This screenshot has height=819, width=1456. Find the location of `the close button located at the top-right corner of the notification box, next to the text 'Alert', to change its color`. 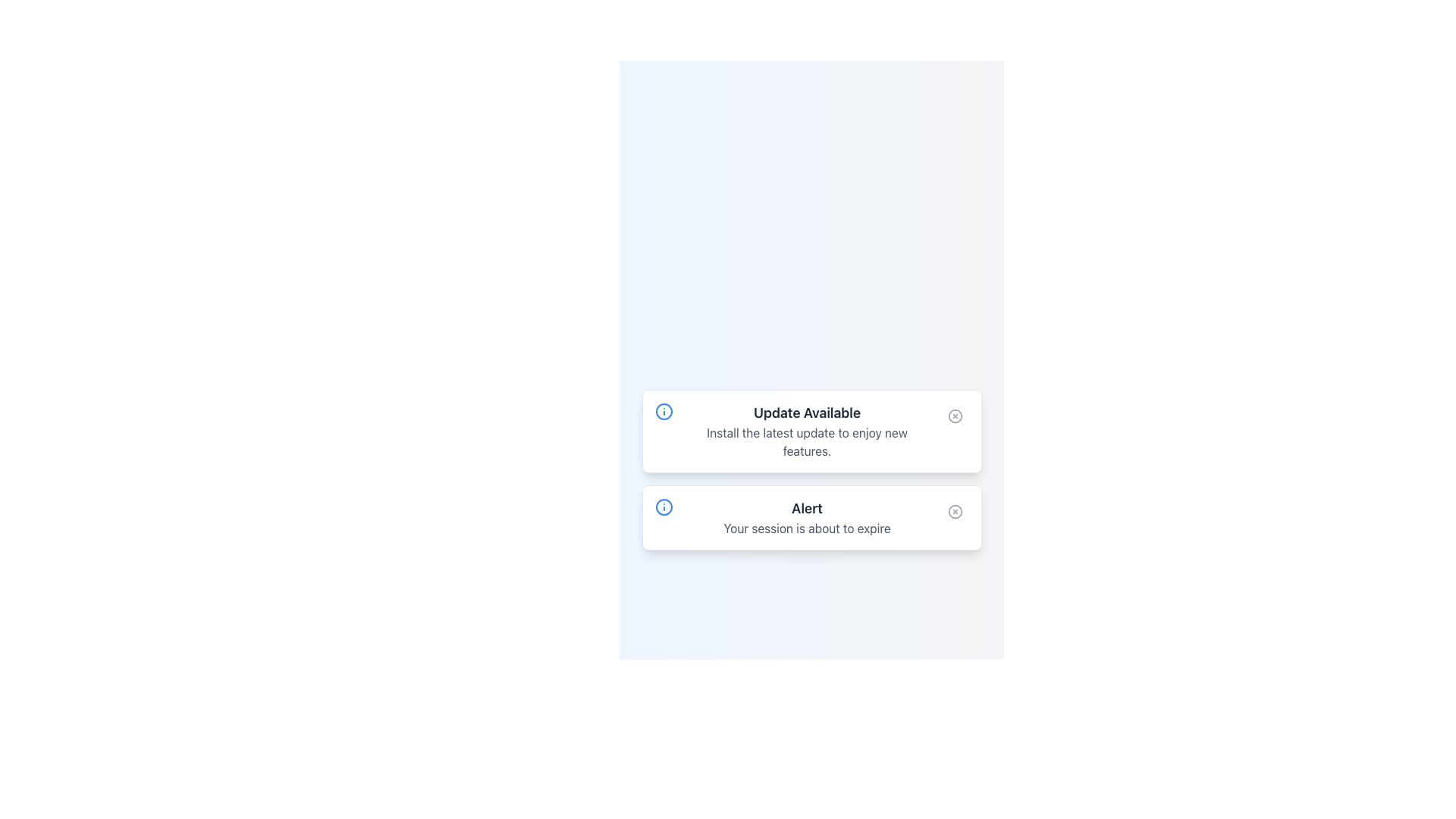

the close button located at the top-right corner of the notification box, next to the text 'Alert', to change its color is located at coordinates (954, 512).